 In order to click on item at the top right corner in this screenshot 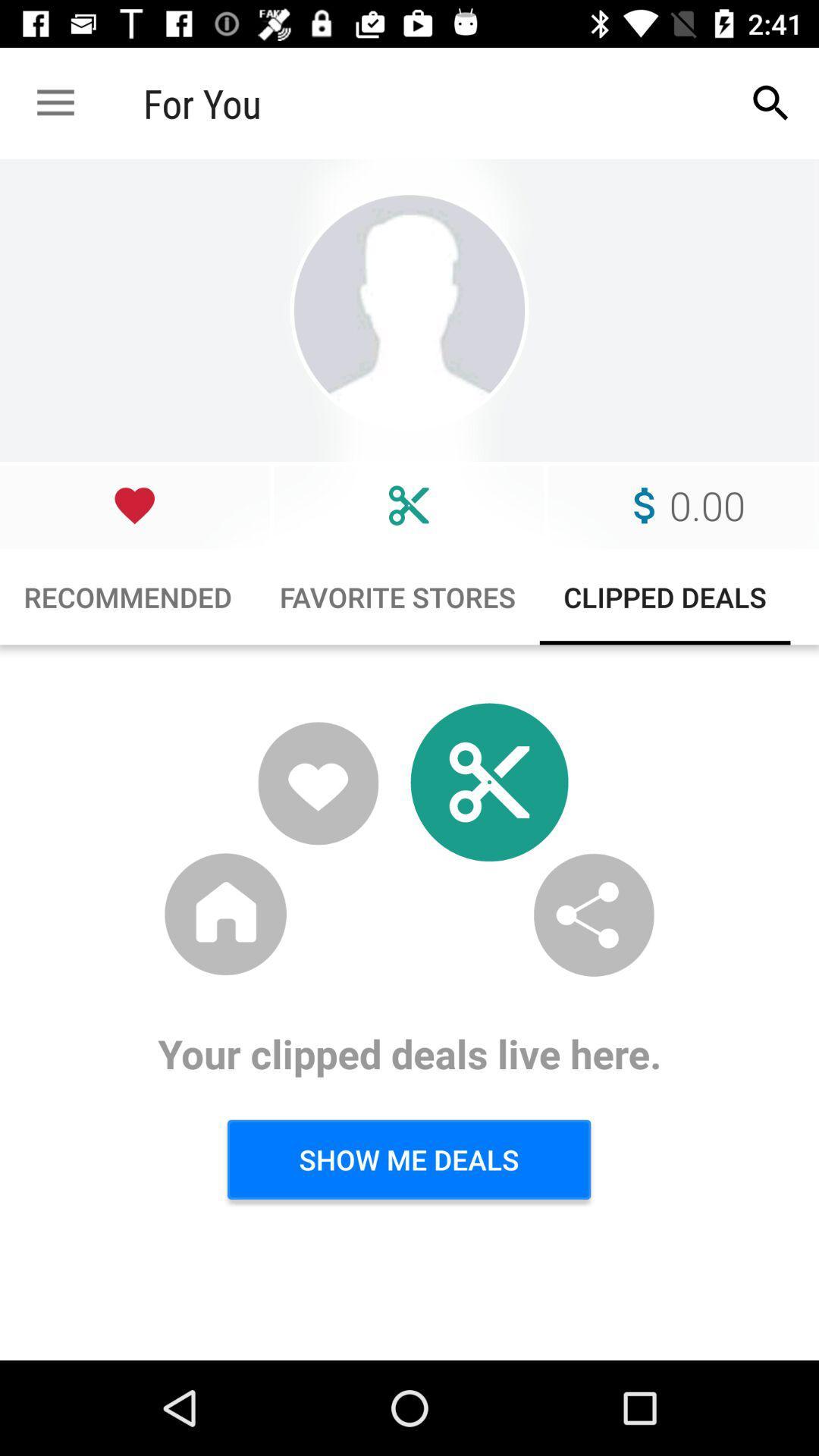, I will do `click(771, 102)`.